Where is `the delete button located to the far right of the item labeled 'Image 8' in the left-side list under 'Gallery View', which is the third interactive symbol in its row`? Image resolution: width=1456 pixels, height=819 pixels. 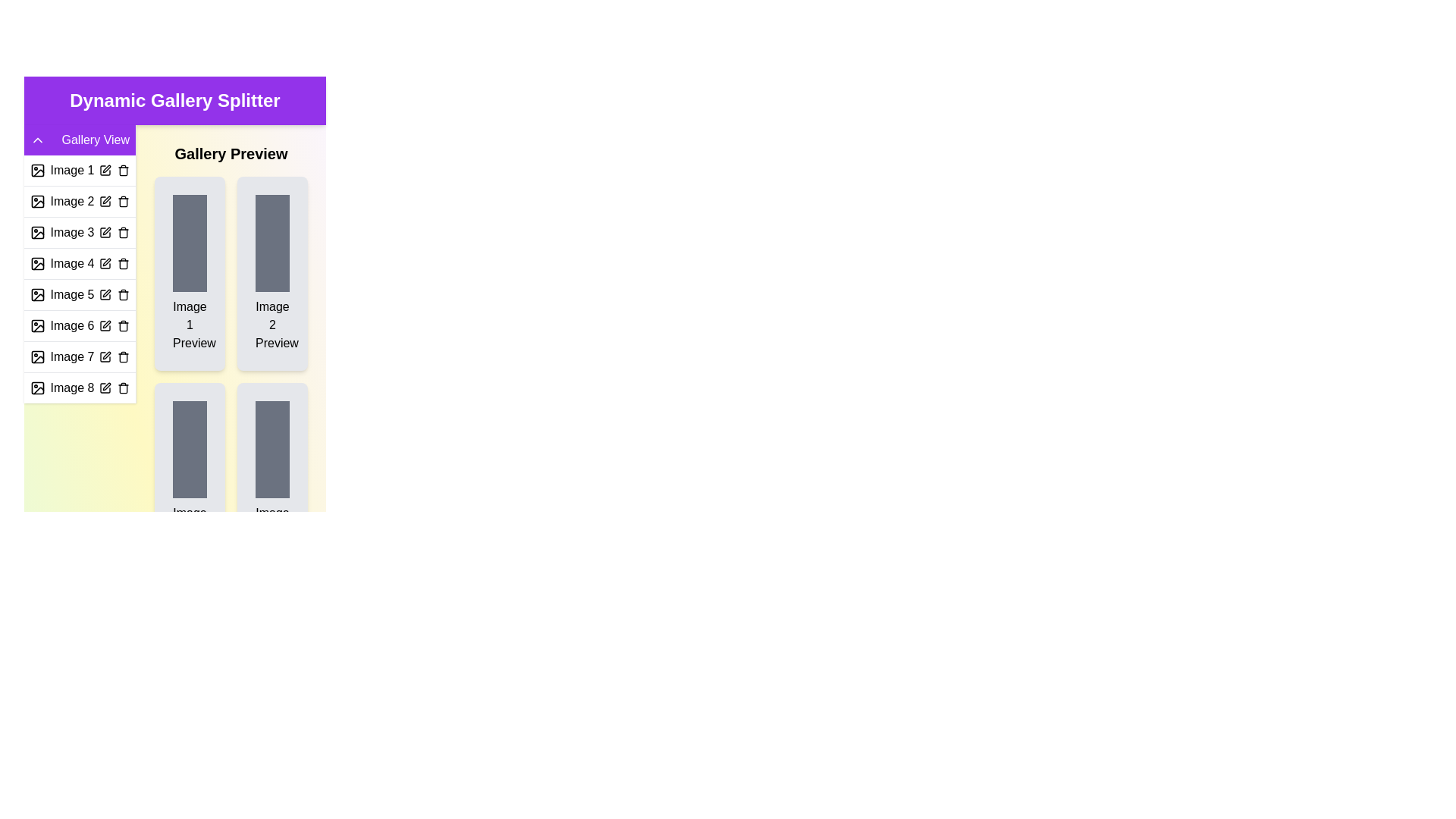 the delete button located to the far right of the item labeled 'Image 8' in the left-side list under 'Gallery View', which is the third interactive symbol in its row is located at coordinates (124, 388).